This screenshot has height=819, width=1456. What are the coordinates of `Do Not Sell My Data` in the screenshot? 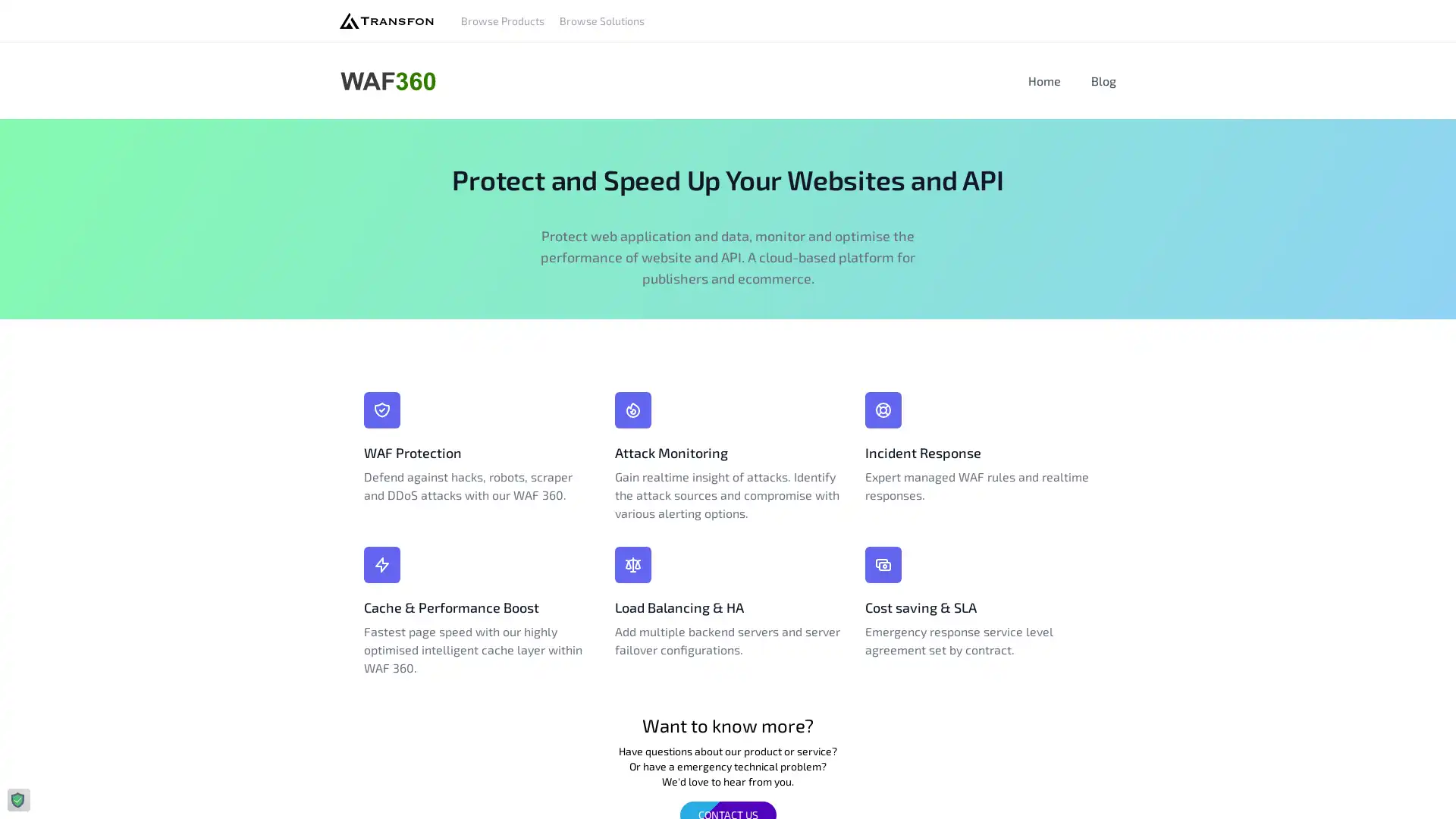 It's located at (91, 792).